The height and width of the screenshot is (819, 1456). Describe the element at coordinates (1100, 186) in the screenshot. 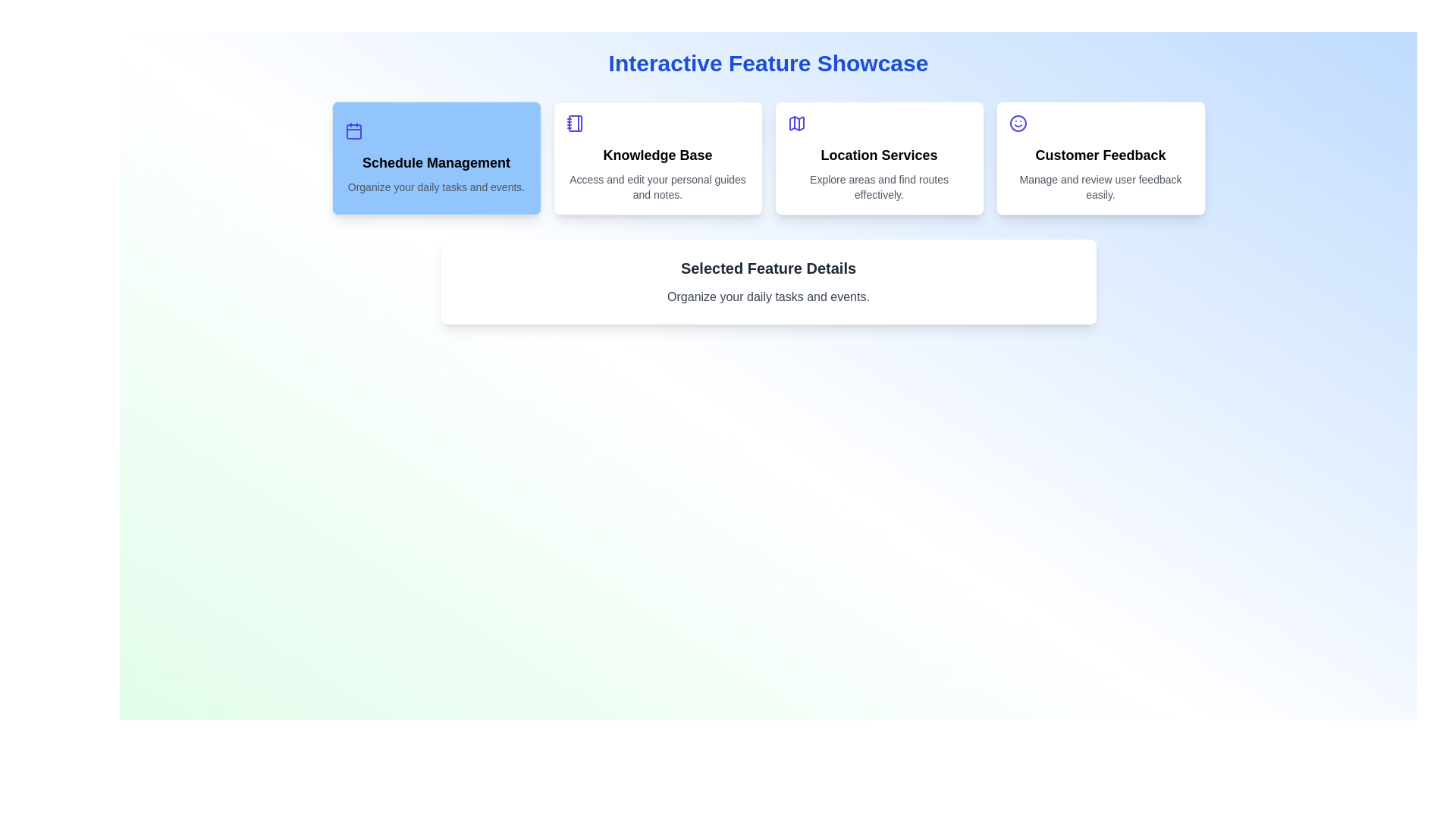

I see `the descriptive text located at the bottom of the 'Customer Feedback' card` at that location.